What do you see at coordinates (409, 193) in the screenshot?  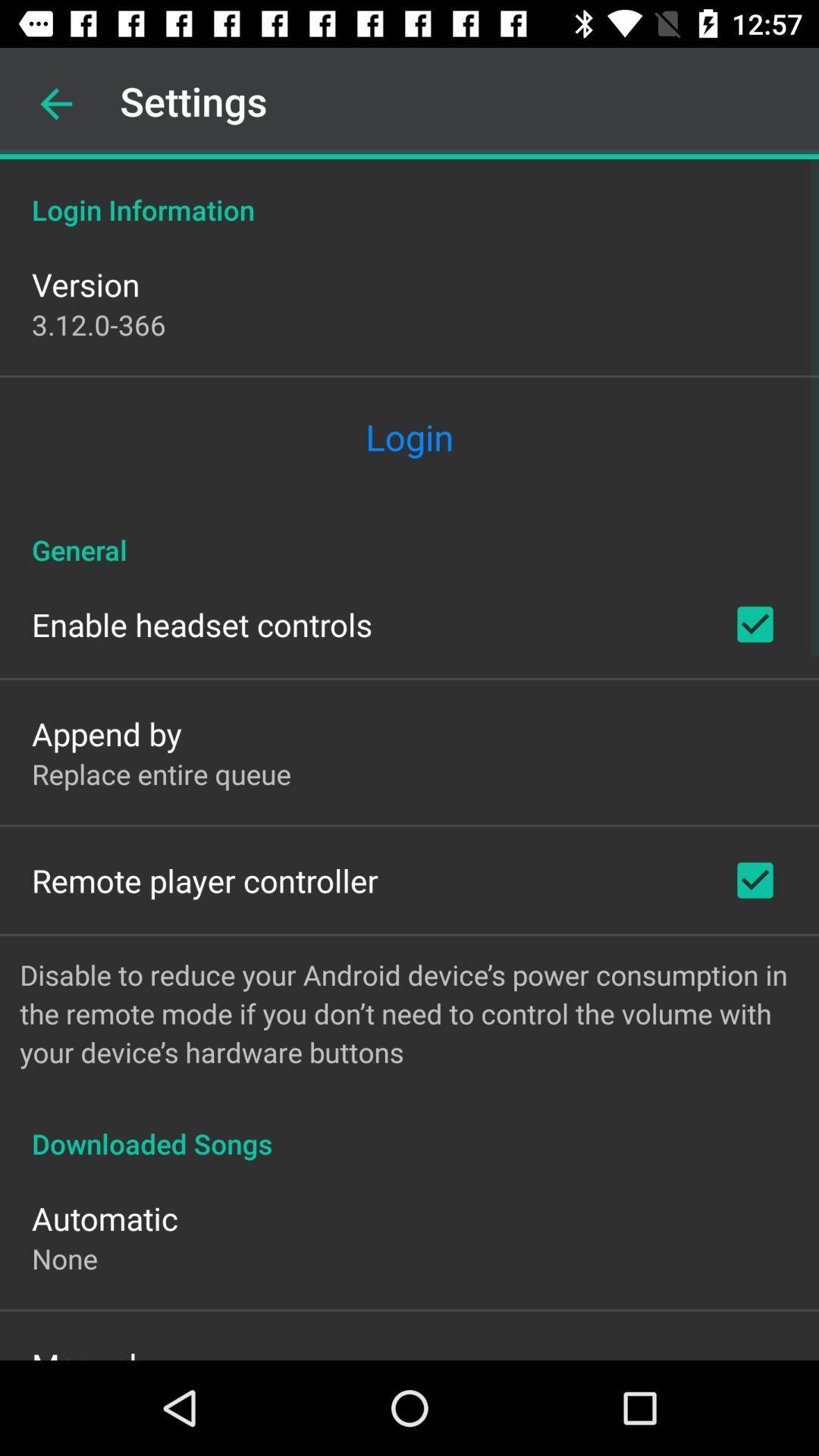 I see `the login information icon` at bounding box center [409, 193].